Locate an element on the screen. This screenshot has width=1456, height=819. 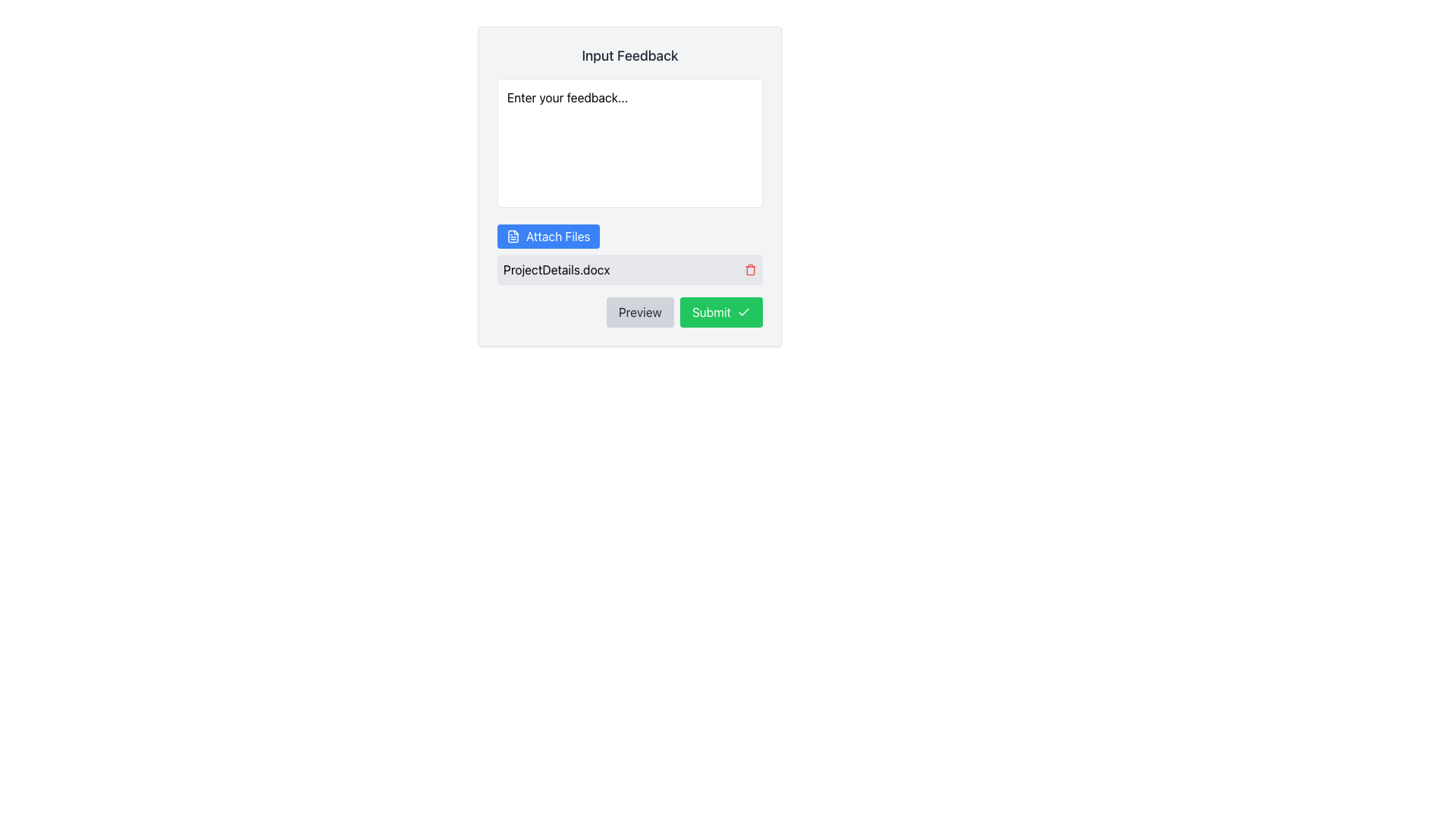
the rectangular file icon with rounded edges, which is part of the file attachment indicator near the top-left corner of the interface is located at coordinates (513, 237).